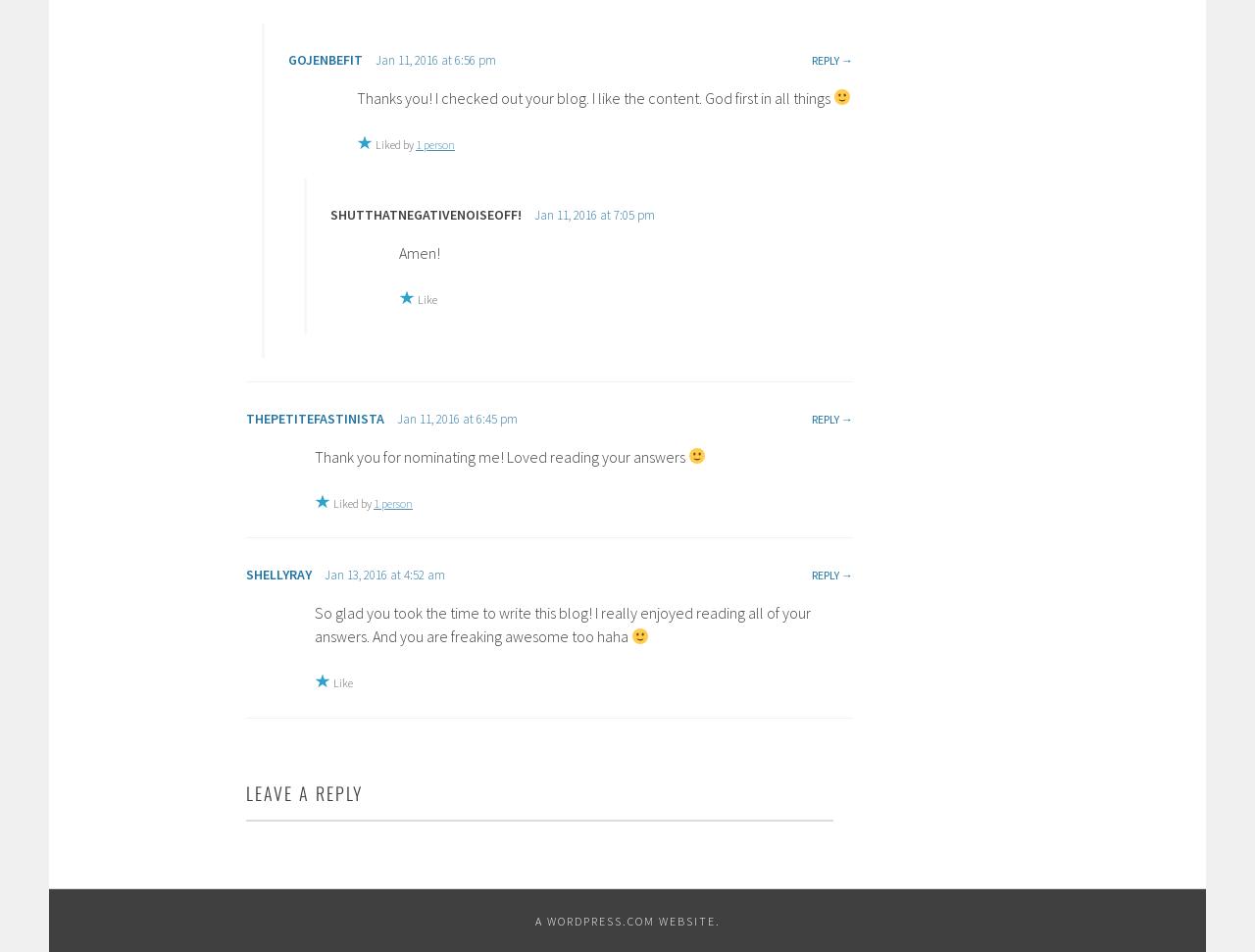 The image size is (1255, 952). Describe the element at coordinates (593, 96) in the screenshot. I see `'Thanks you! I checked out your blog. I like the content. God first in all things'` at that location.